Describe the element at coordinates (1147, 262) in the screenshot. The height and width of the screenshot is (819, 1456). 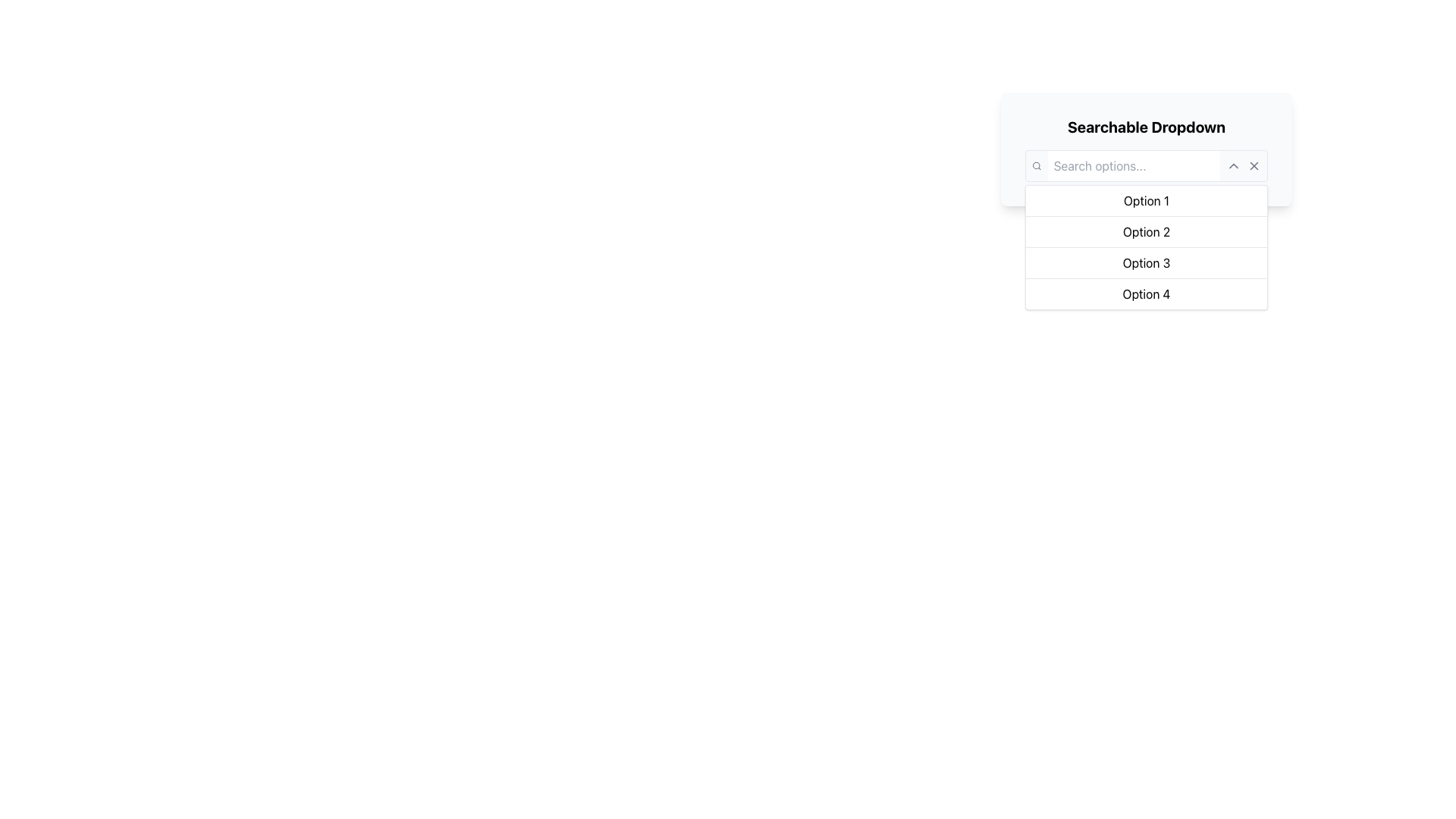
I see `the third selectable option in the dropdown menu to activate the background change effect` at that location.